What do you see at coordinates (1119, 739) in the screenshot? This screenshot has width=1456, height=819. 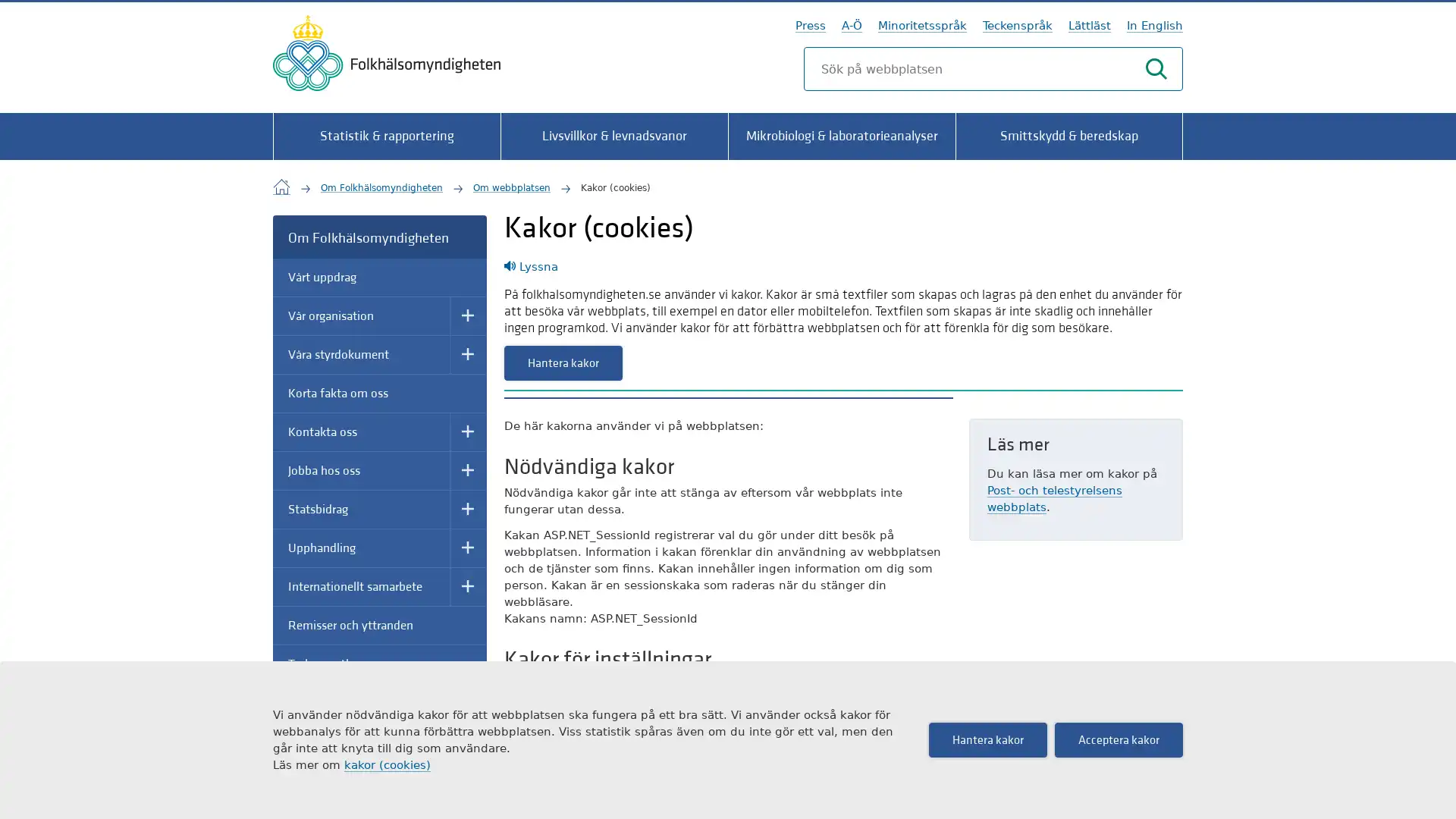 I see `Acceptera kakor` at bounding box center [1119, 739].